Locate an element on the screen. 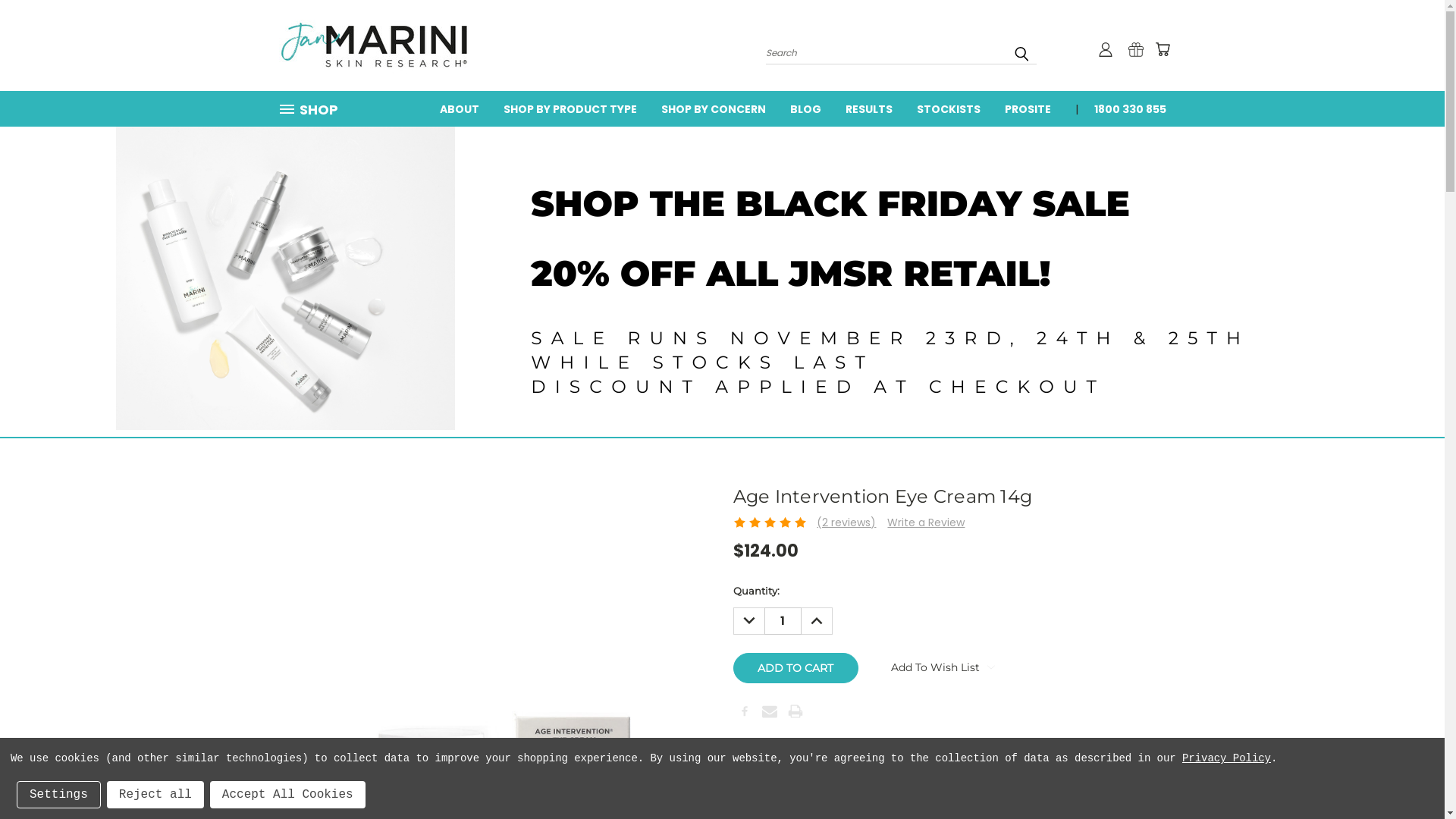 This screenshot has height=819, width=1456. 'Settings' is located at coordinates (58, 794).